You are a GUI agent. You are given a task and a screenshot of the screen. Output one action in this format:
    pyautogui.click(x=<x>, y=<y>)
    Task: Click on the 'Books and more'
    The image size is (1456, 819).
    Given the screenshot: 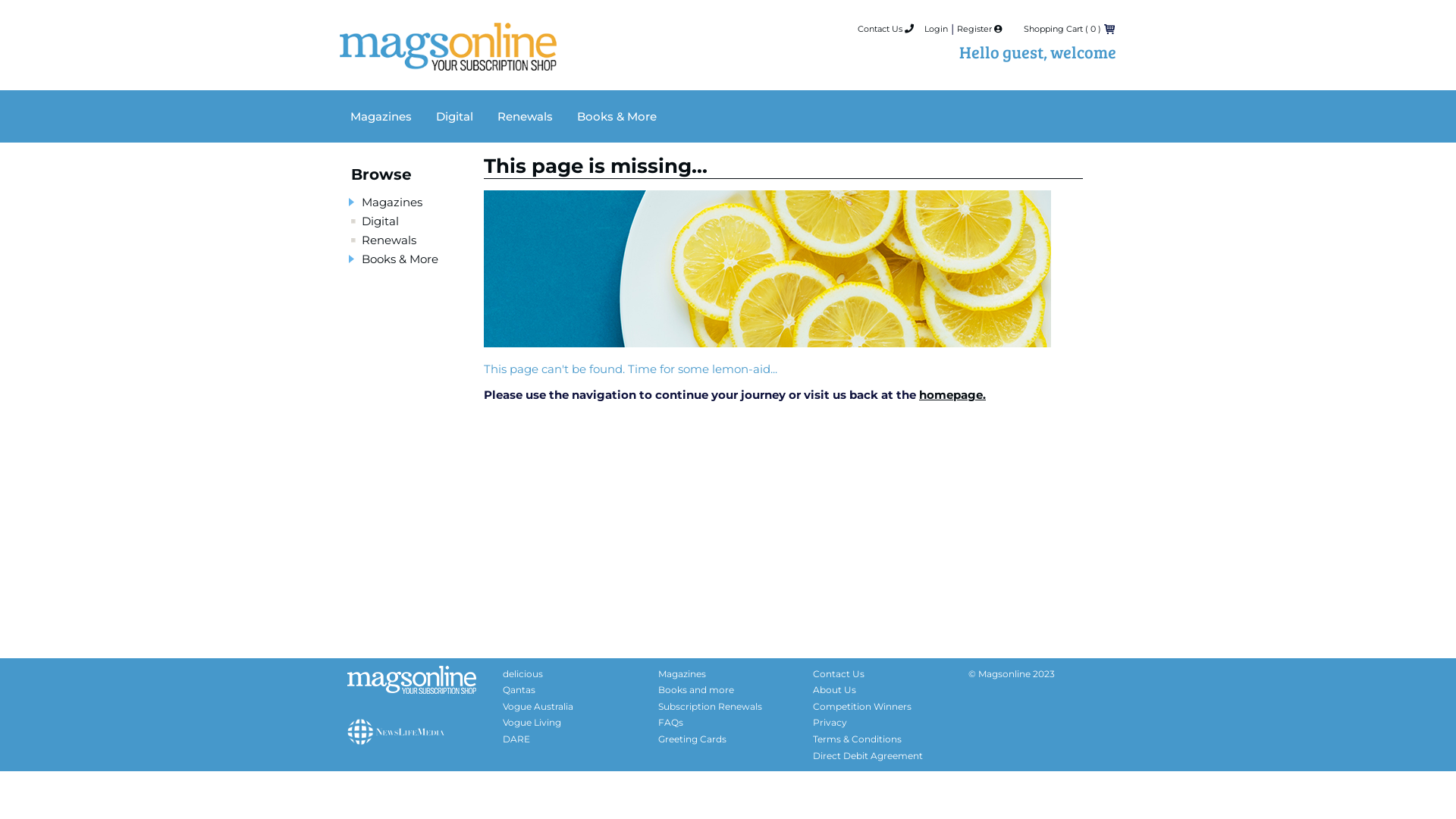 What is the action you would take?
    pyautogui.click(x=695, y=689)
    